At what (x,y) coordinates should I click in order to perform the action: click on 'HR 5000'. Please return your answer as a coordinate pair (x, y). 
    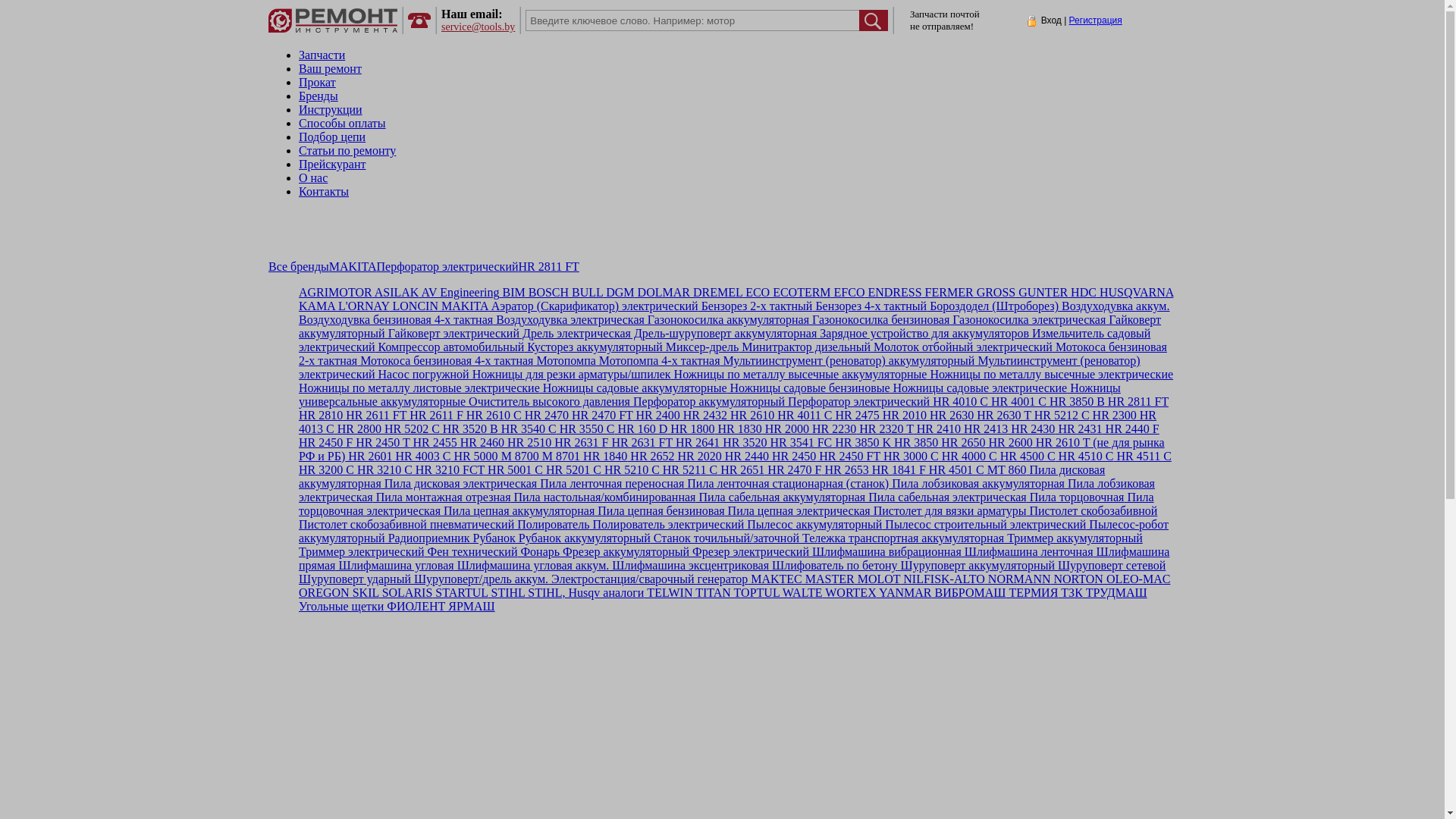
    Looking at the image, I should click on (472, 455).